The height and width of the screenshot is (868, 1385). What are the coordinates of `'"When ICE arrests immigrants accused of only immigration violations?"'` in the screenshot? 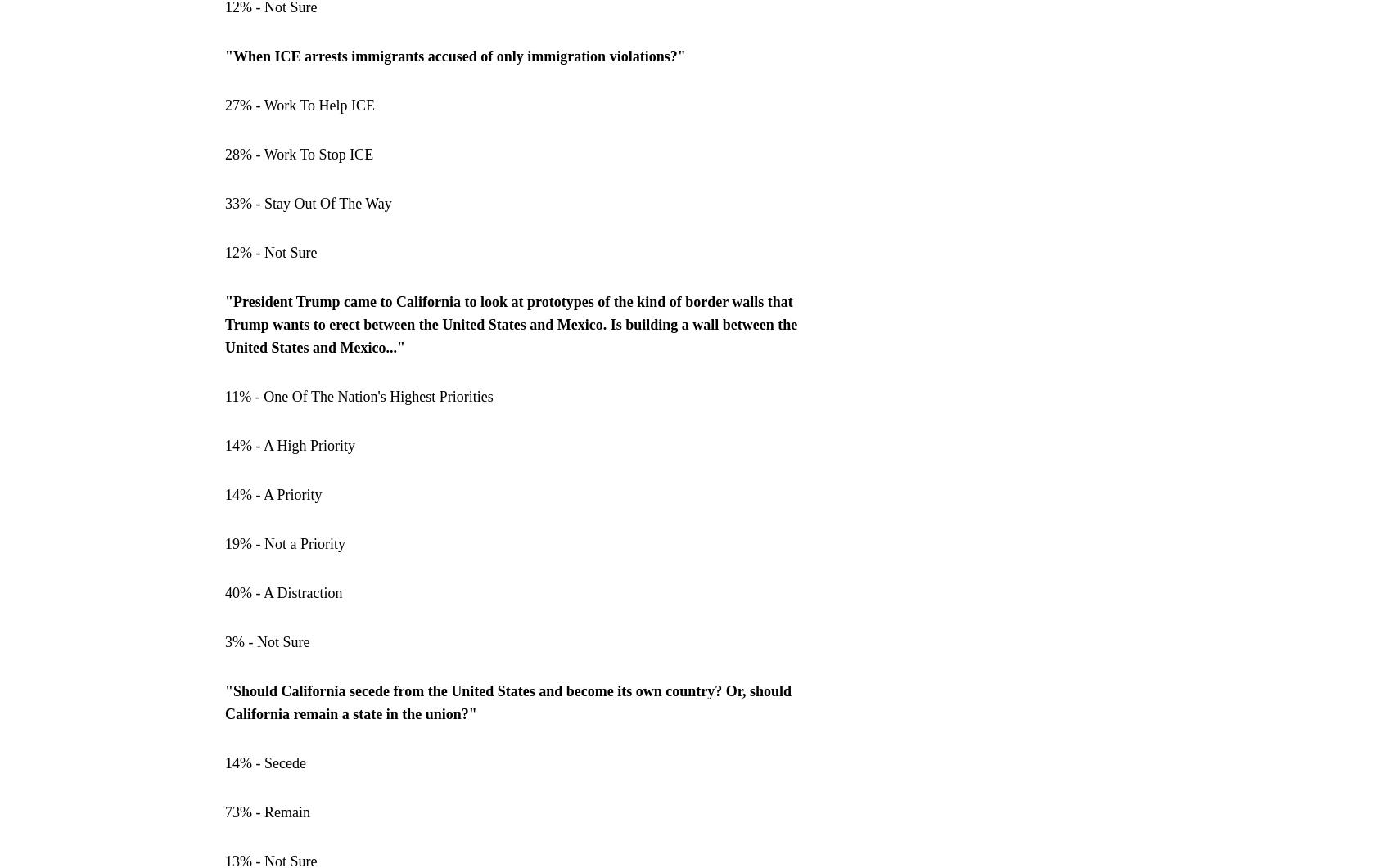 It's located at (454, 56).